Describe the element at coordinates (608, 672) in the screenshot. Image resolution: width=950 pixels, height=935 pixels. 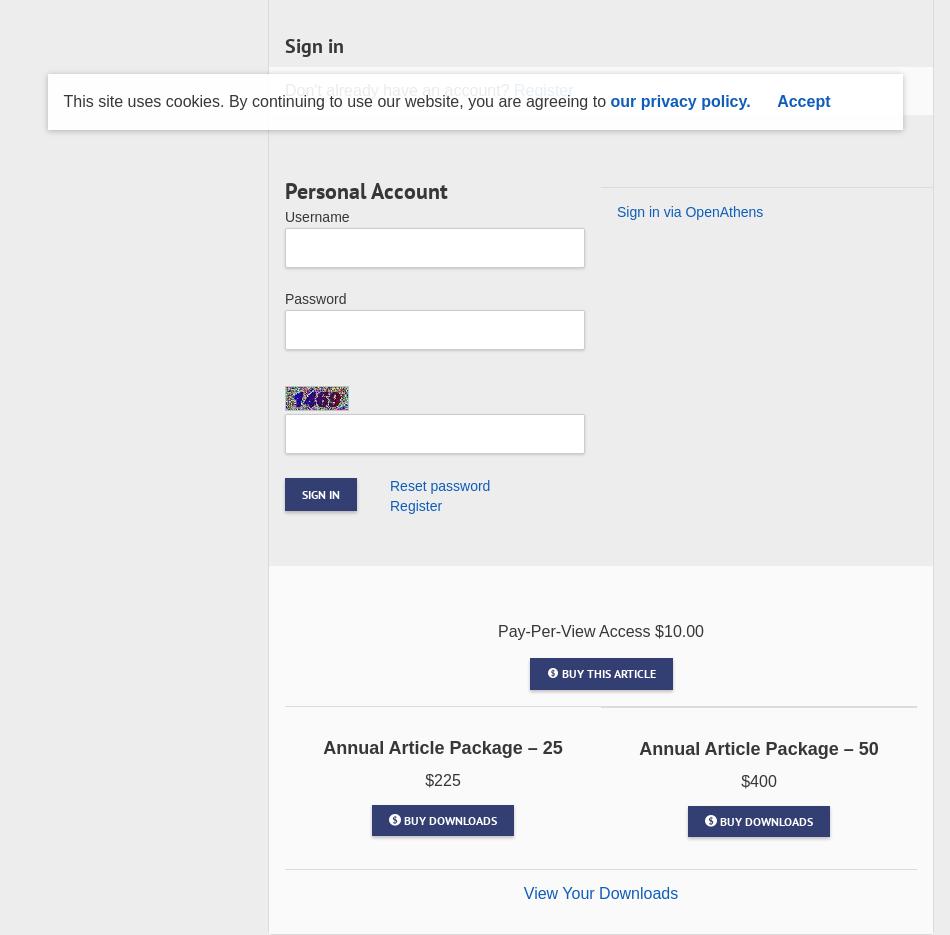
I see `'Buy This Article'` at that location.